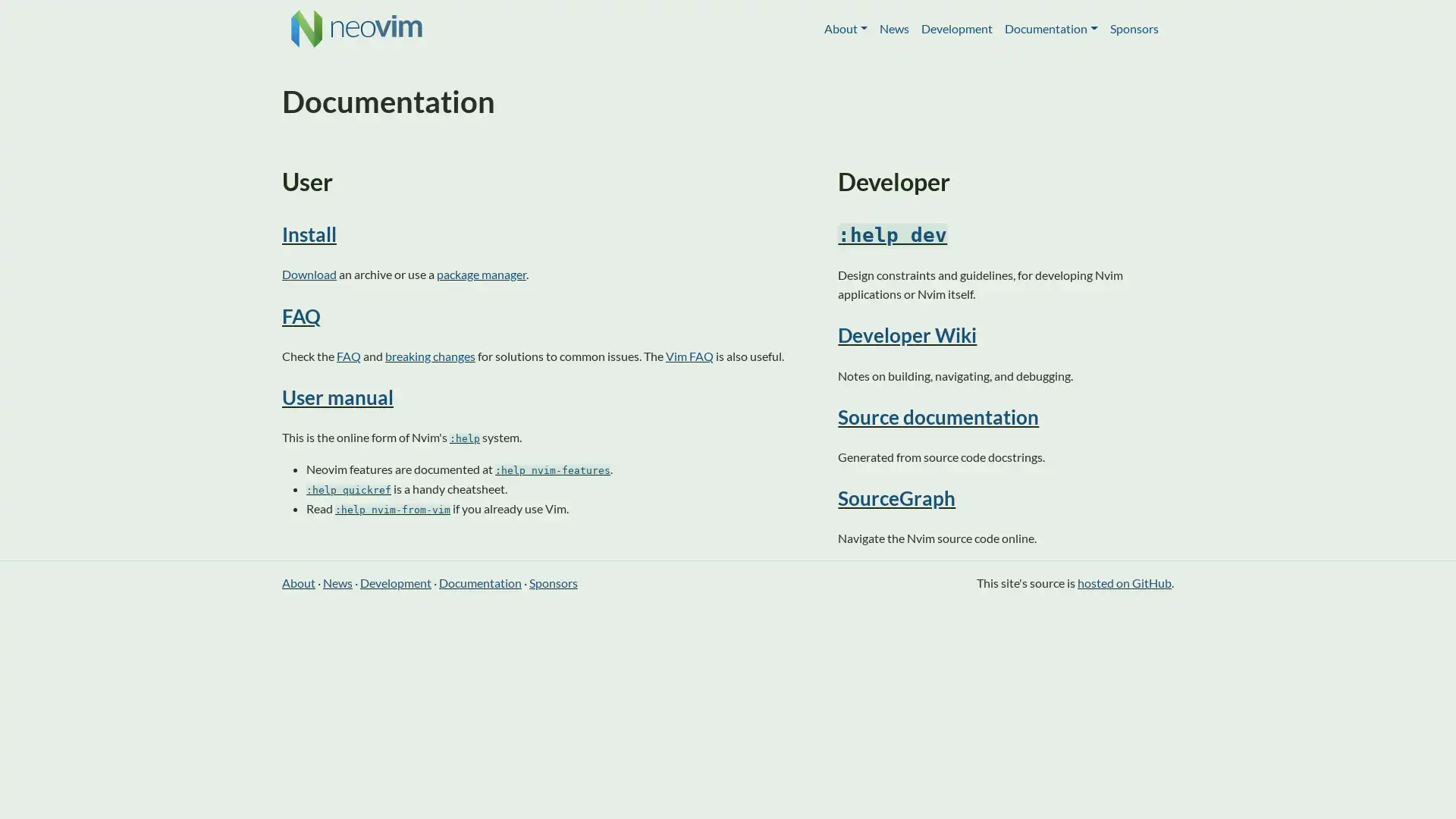 This screenshot has height=819, width=1456. I want to click on Documentation, so click(1050, 28).